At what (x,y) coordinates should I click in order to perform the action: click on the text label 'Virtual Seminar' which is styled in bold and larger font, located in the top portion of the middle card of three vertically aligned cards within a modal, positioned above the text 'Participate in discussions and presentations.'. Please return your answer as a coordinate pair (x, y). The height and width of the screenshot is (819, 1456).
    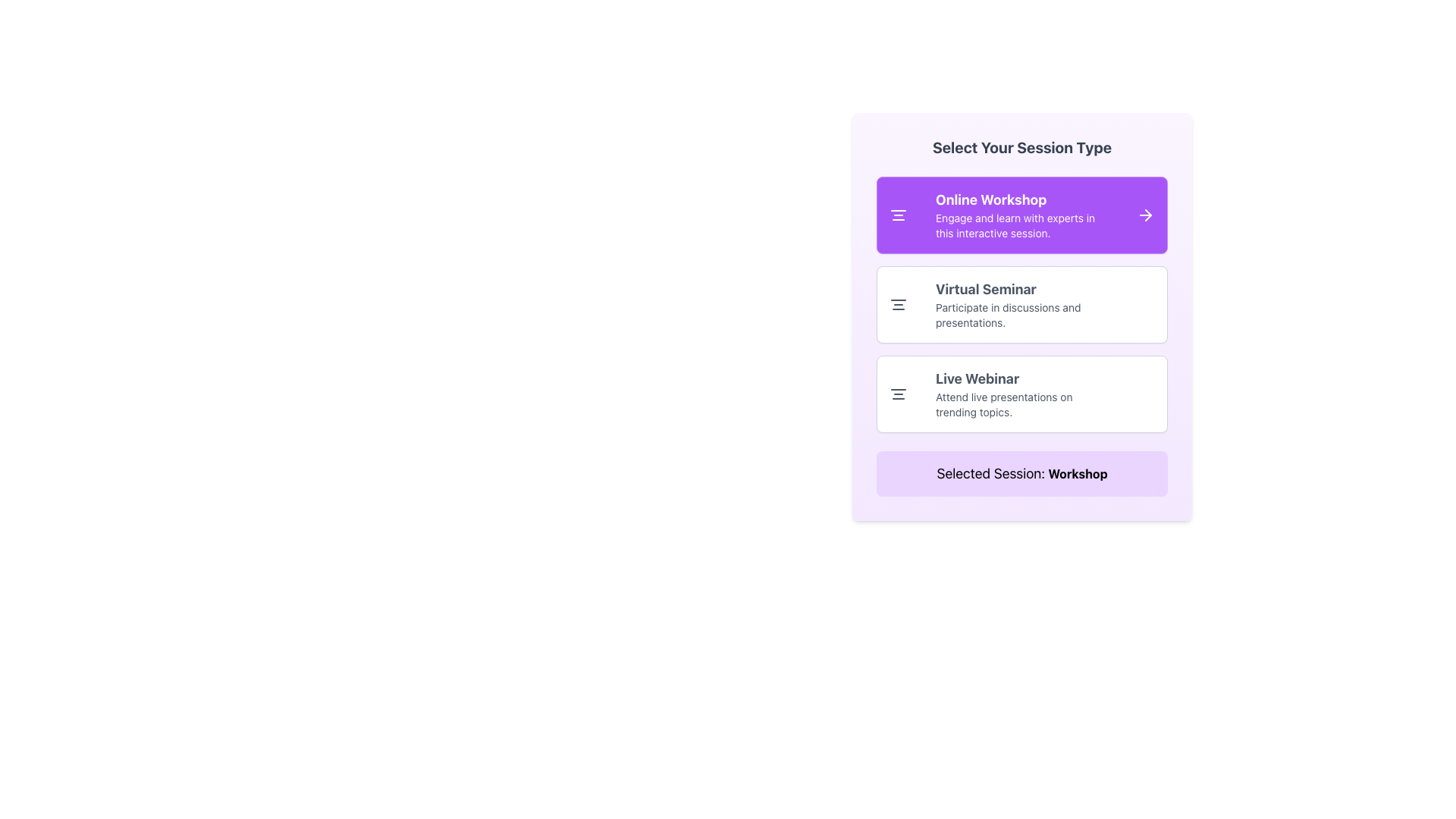
    Looking at the image, I should click on (1022, 289).